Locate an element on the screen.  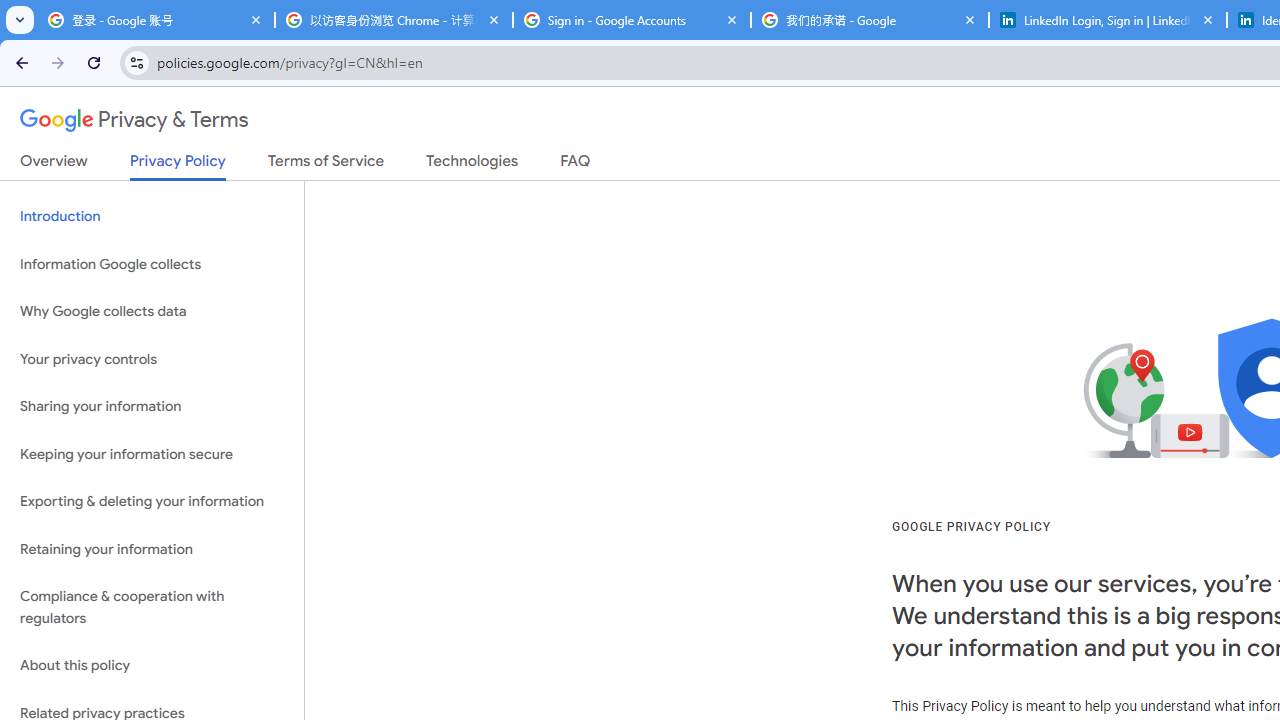
'Sign in - Google Accounts' is located at coordinates (631, 20).